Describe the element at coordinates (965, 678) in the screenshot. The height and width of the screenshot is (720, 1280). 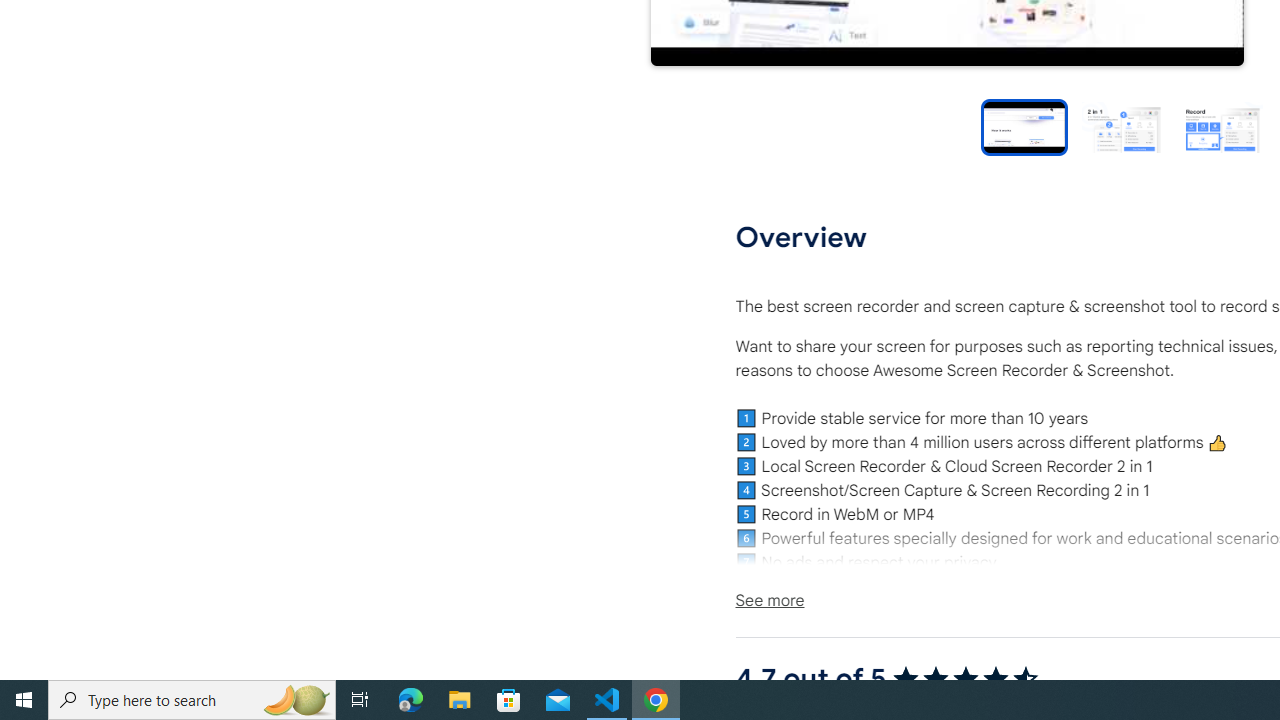
I see `'4.7 out of 5 stars'` at that location.